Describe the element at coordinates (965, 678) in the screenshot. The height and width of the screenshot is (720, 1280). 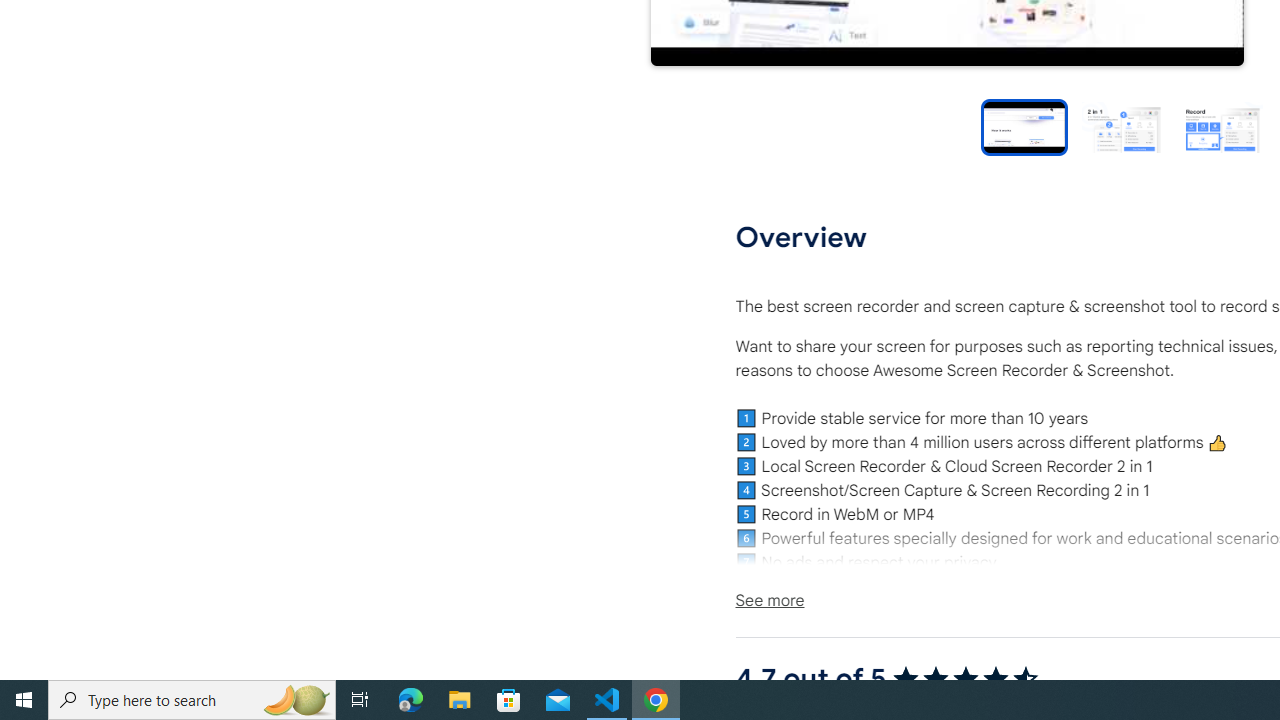
I see `'4.7 out of 5 stars'` at that location.